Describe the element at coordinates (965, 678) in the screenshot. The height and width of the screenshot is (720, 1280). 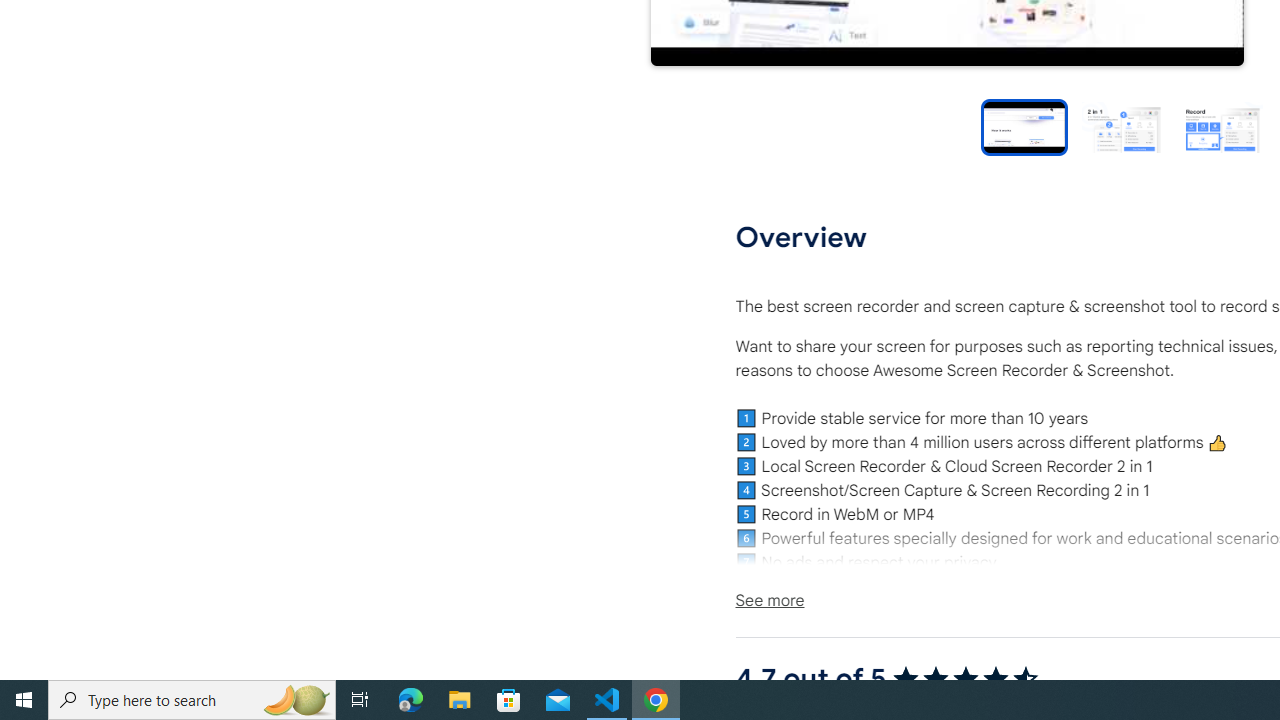
I see `'4.7 out of 5 stars'` at that location.